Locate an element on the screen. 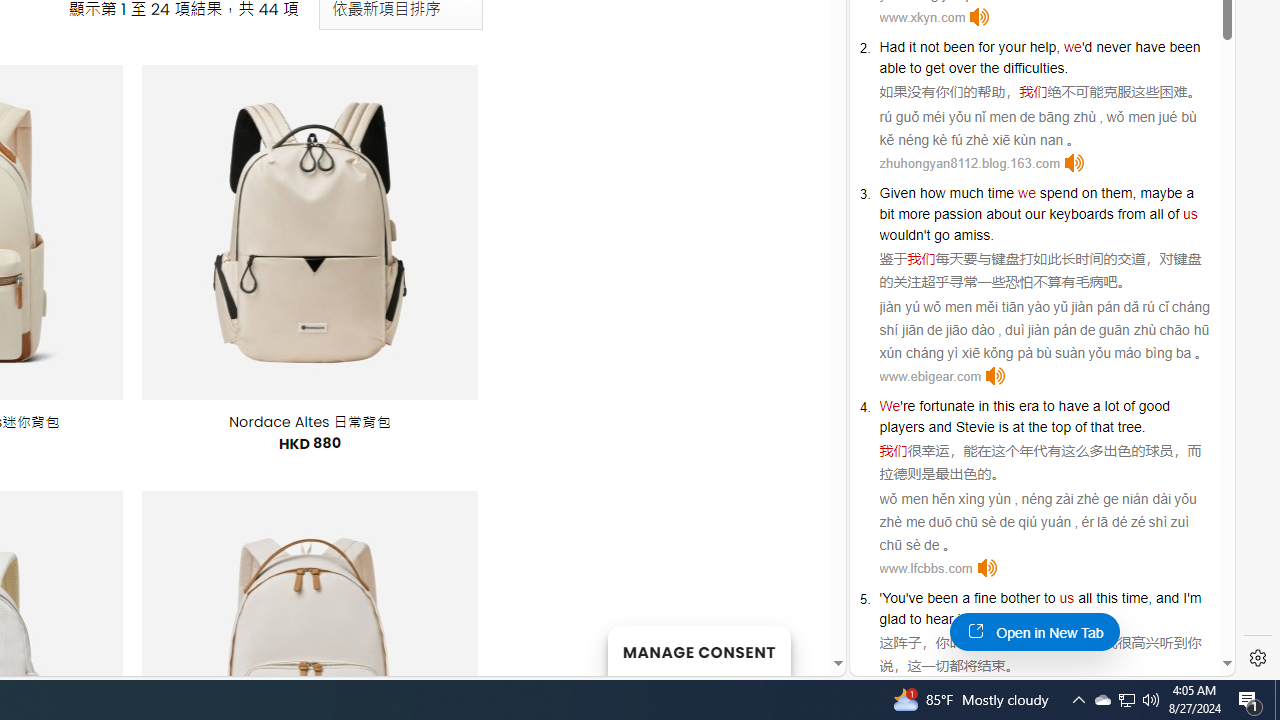  'players' is located at coordinates (901, 425).